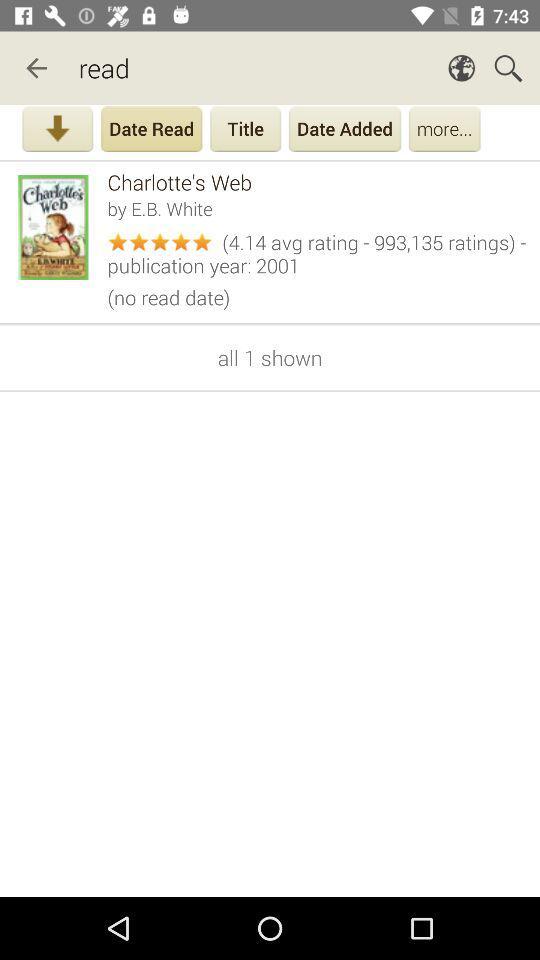 The width and height of the screenshot is (540, 960). I want to click on the icon above the 4 14 avg, so click(317, 208).